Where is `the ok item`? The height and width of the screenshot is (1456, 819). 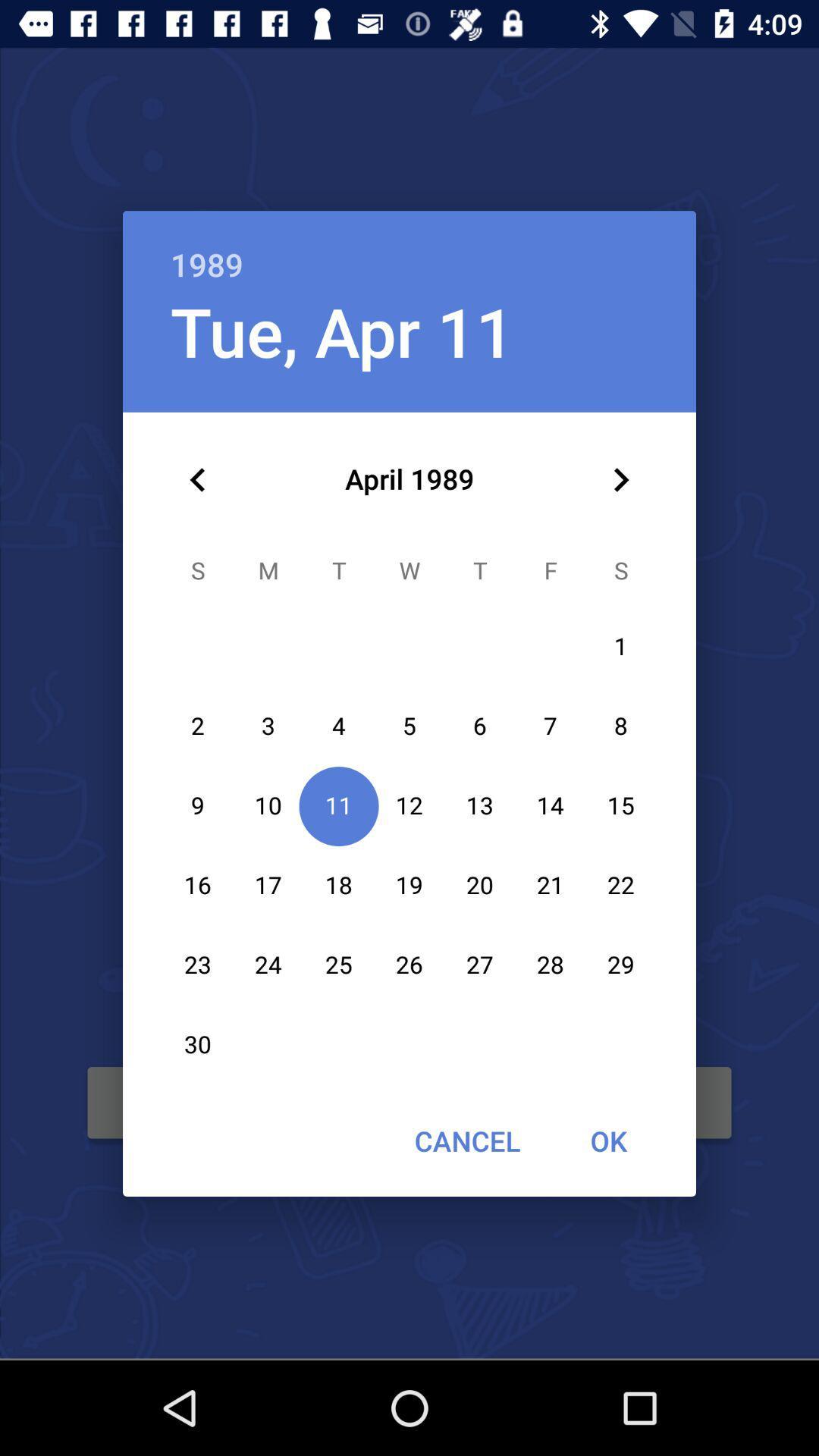
the ok item is located at coordinates (607, 1141).